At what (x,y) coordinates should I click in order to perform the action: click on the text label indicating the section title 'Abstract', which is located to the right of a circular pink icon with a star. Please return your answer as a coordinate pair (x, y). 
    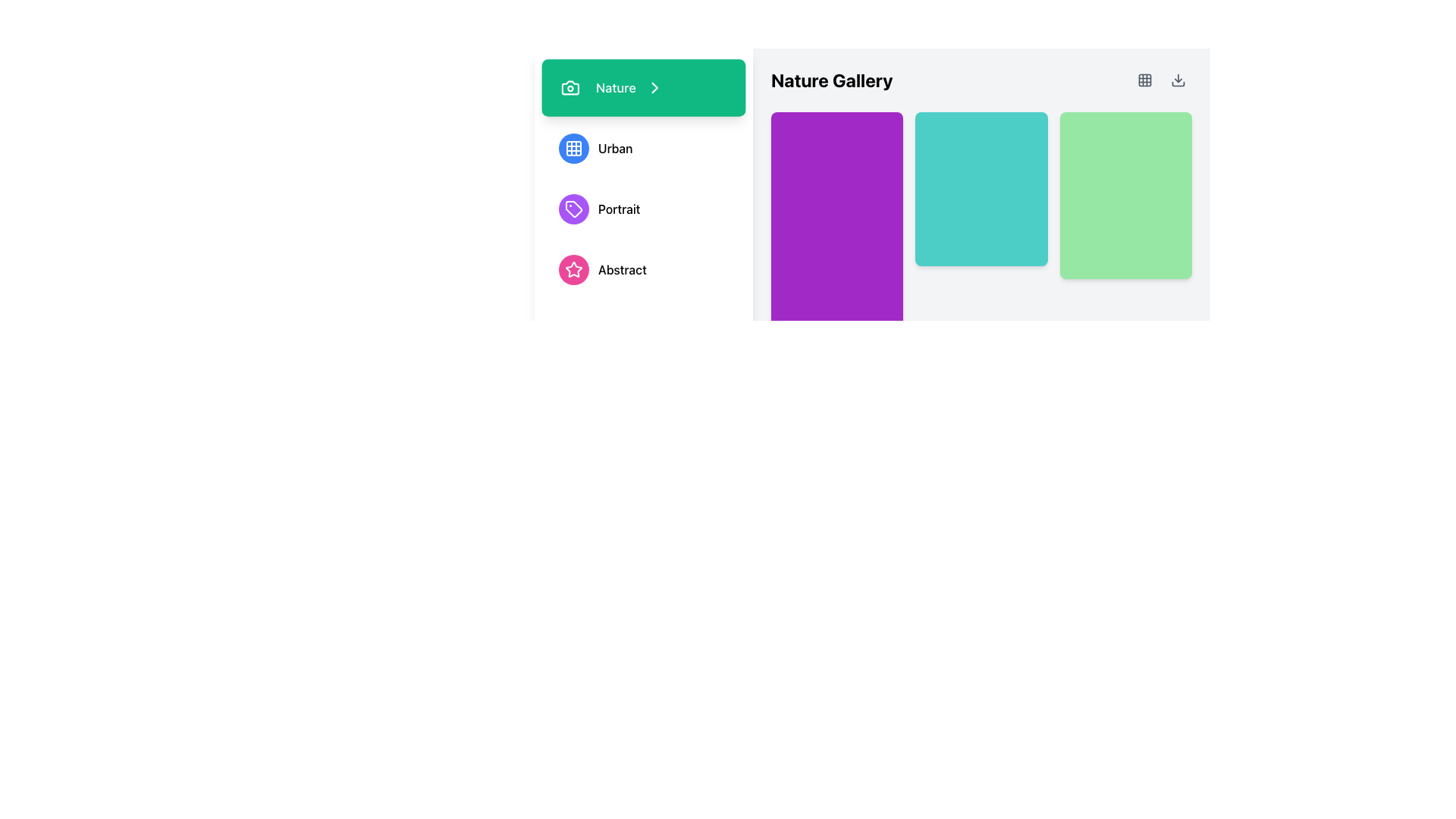
    Looking at the image, I should click on (622, 268).